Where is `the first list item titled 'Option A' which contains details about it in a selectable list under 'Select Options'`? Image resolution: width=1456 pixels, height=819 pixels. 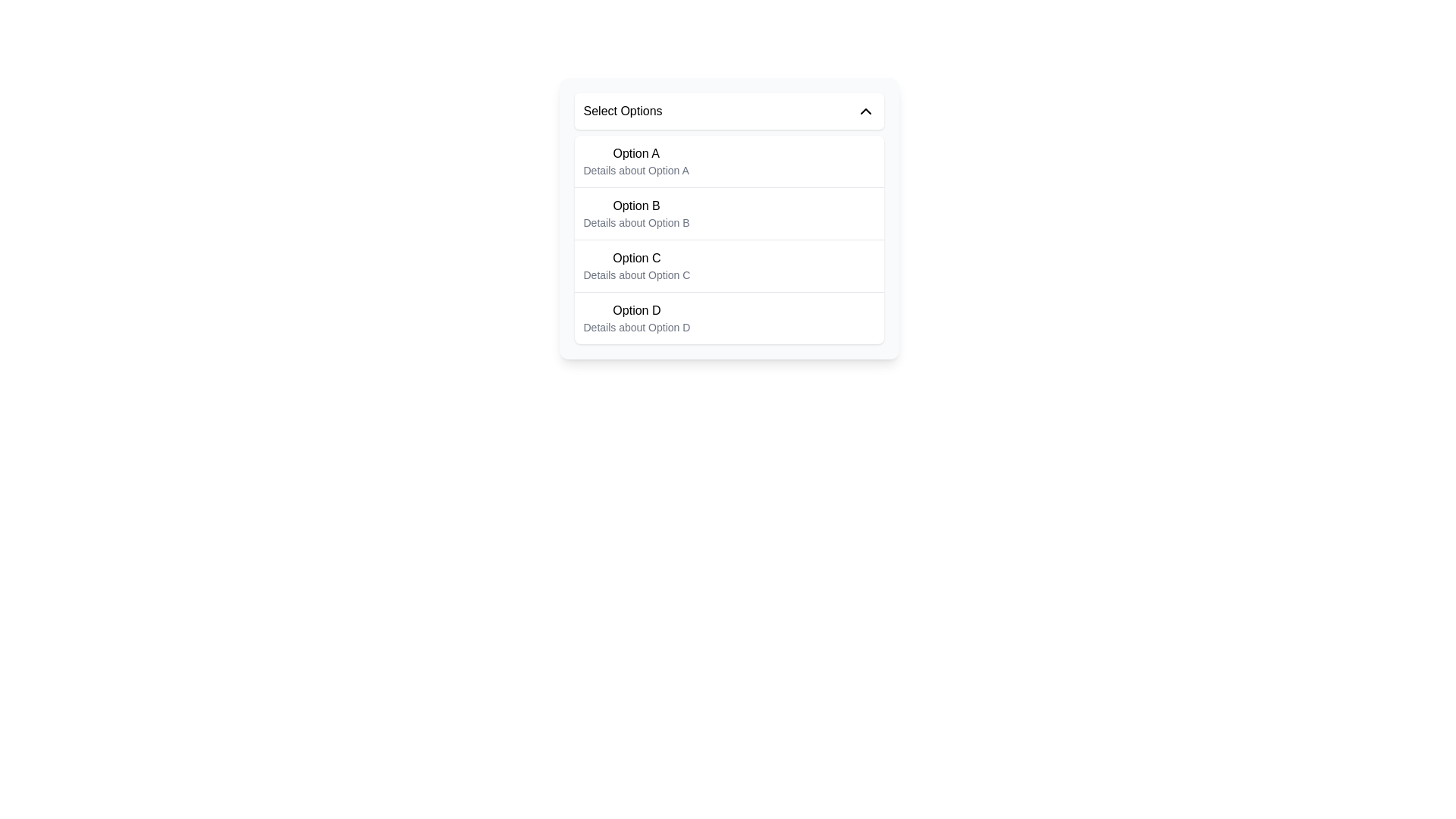
the first list item titled 'Option A' which contains details about it in a selectable list under 'Select Options' is located at coordinates (636, 161).